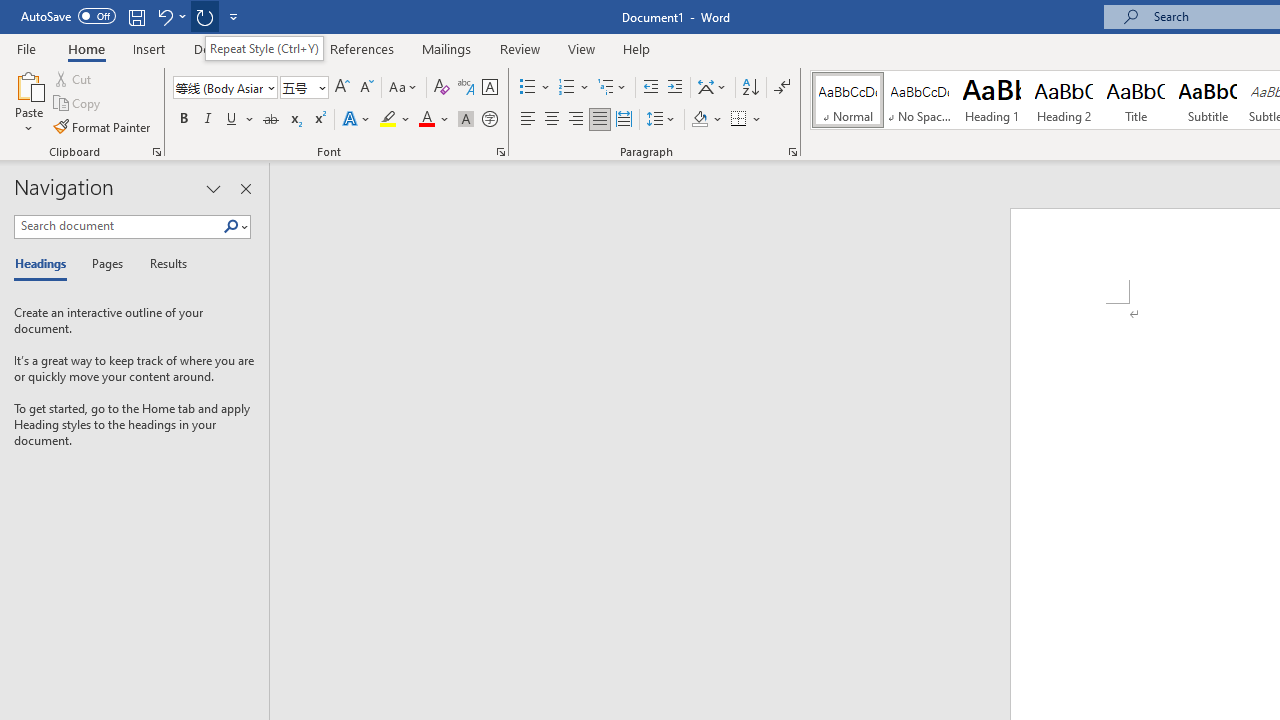 This screenshot has height=720, width=1280. Describe the element at coordinates (425, 119) in the screenshot. I see `'Font Color Red'` at that location.